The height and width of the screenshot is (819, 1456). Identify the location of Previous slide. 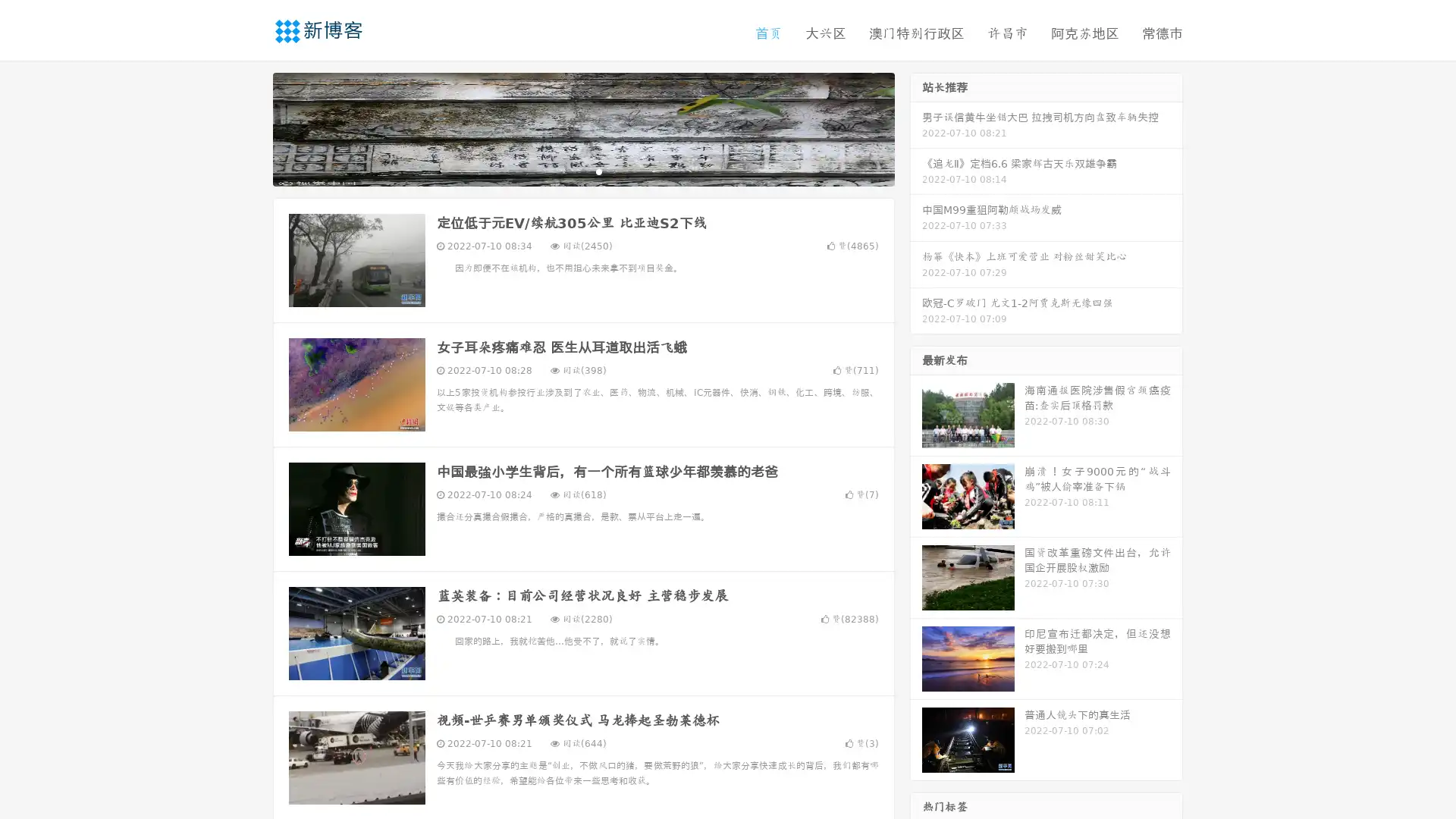
(250, 127).